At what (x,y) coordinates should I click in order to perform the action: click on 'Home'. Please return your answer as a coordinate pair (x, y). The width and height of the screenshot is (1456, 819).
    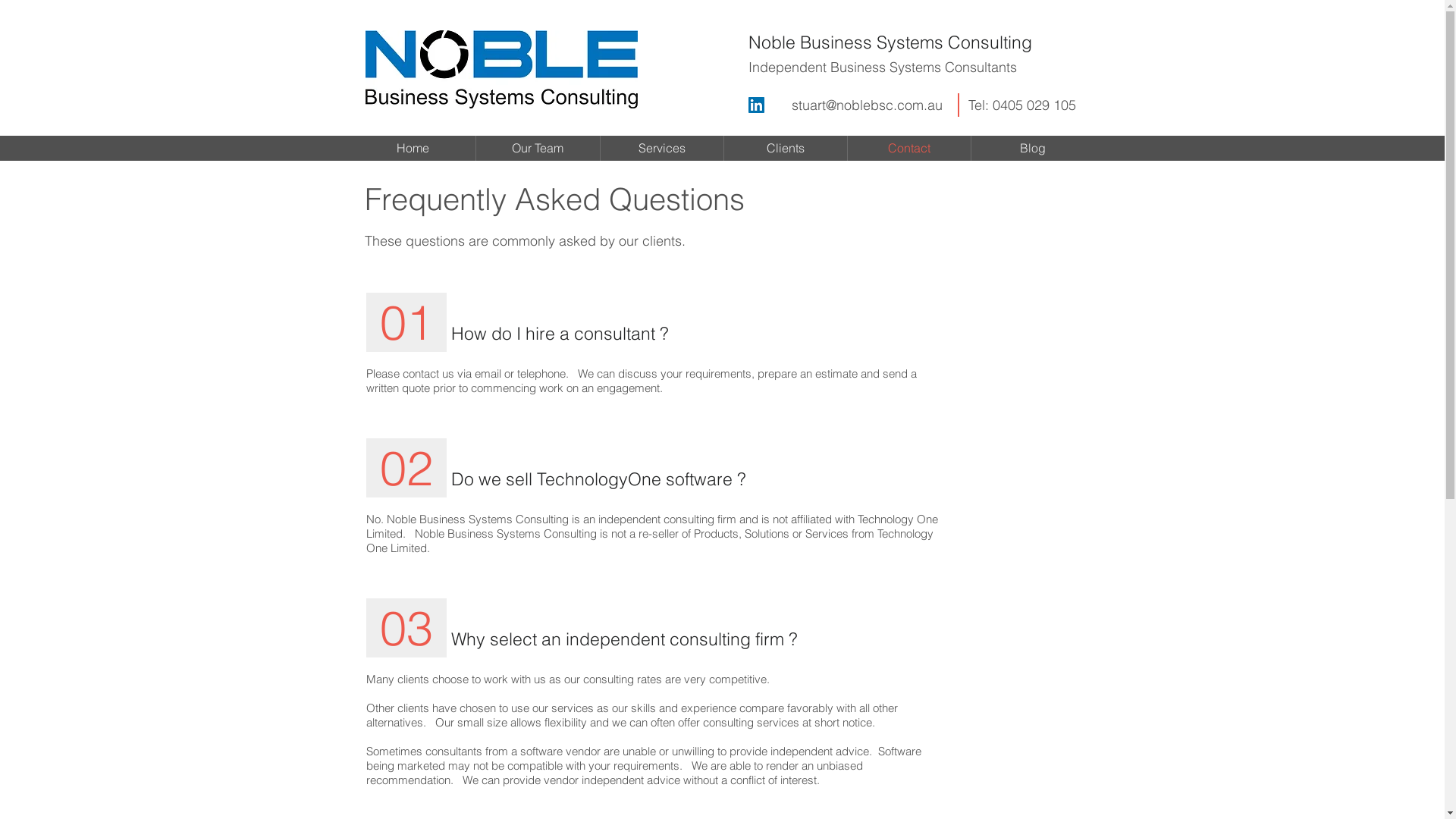
    Looking at the image, I should click on (412, 148).